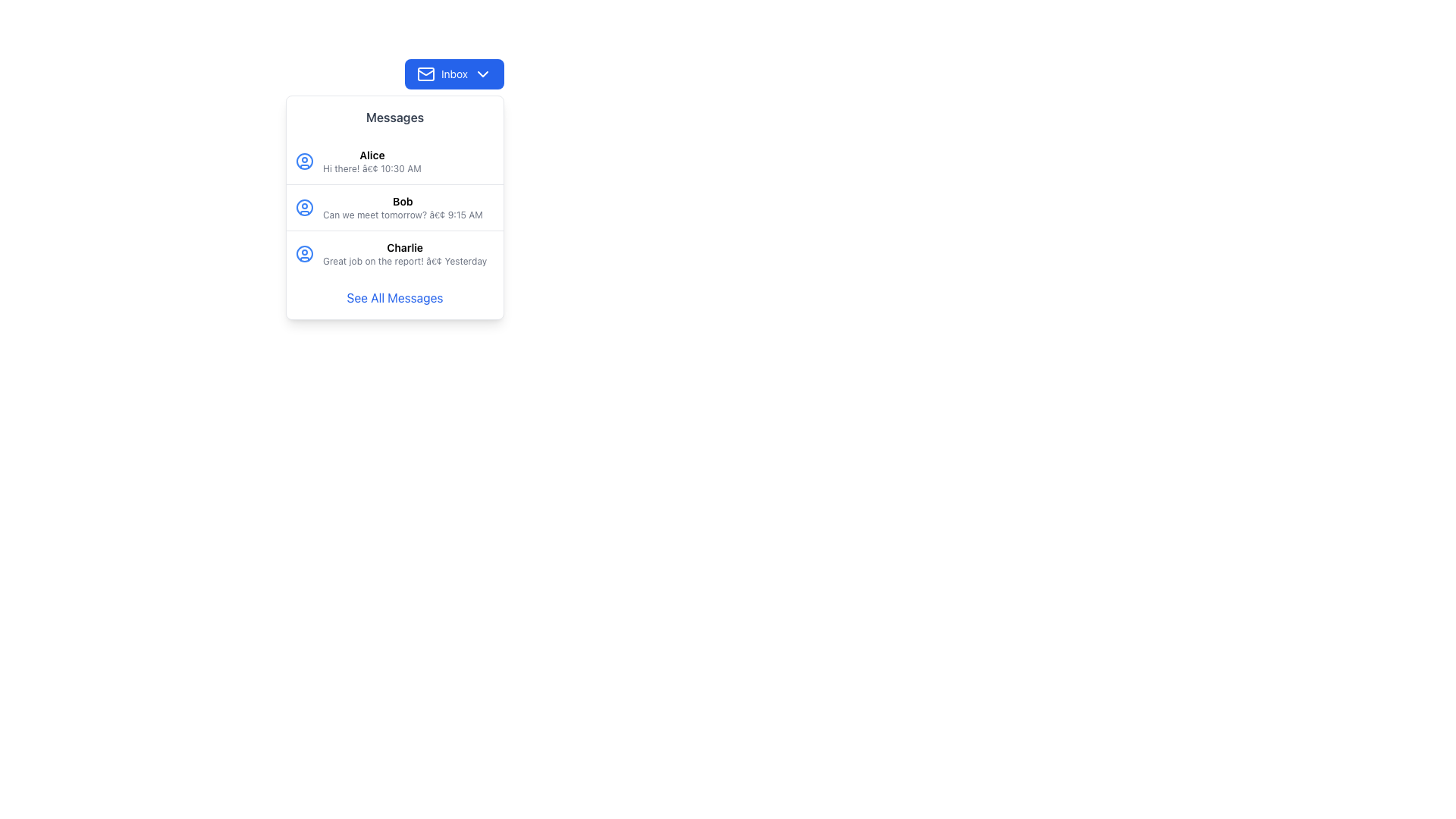  Describe the element at coordinates (405, 253) in the screenshot. I see `the message preview item from user 'Charlie' located in the third row of the 'Messages' section` at that location.